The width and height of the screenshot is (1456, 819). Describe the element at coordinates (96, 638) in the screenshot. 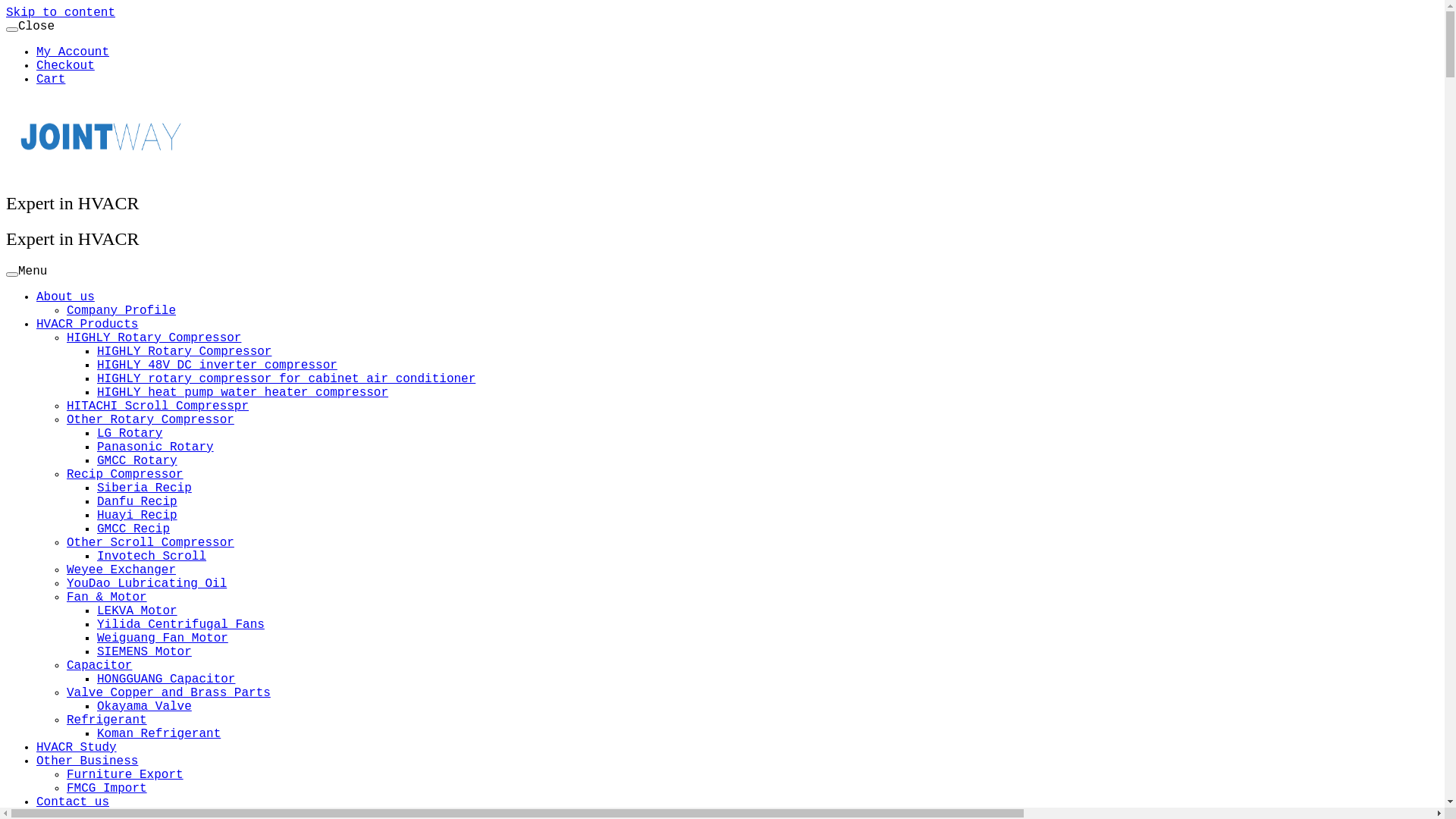

I see `'Weiguang Fan Motor'` at that location.